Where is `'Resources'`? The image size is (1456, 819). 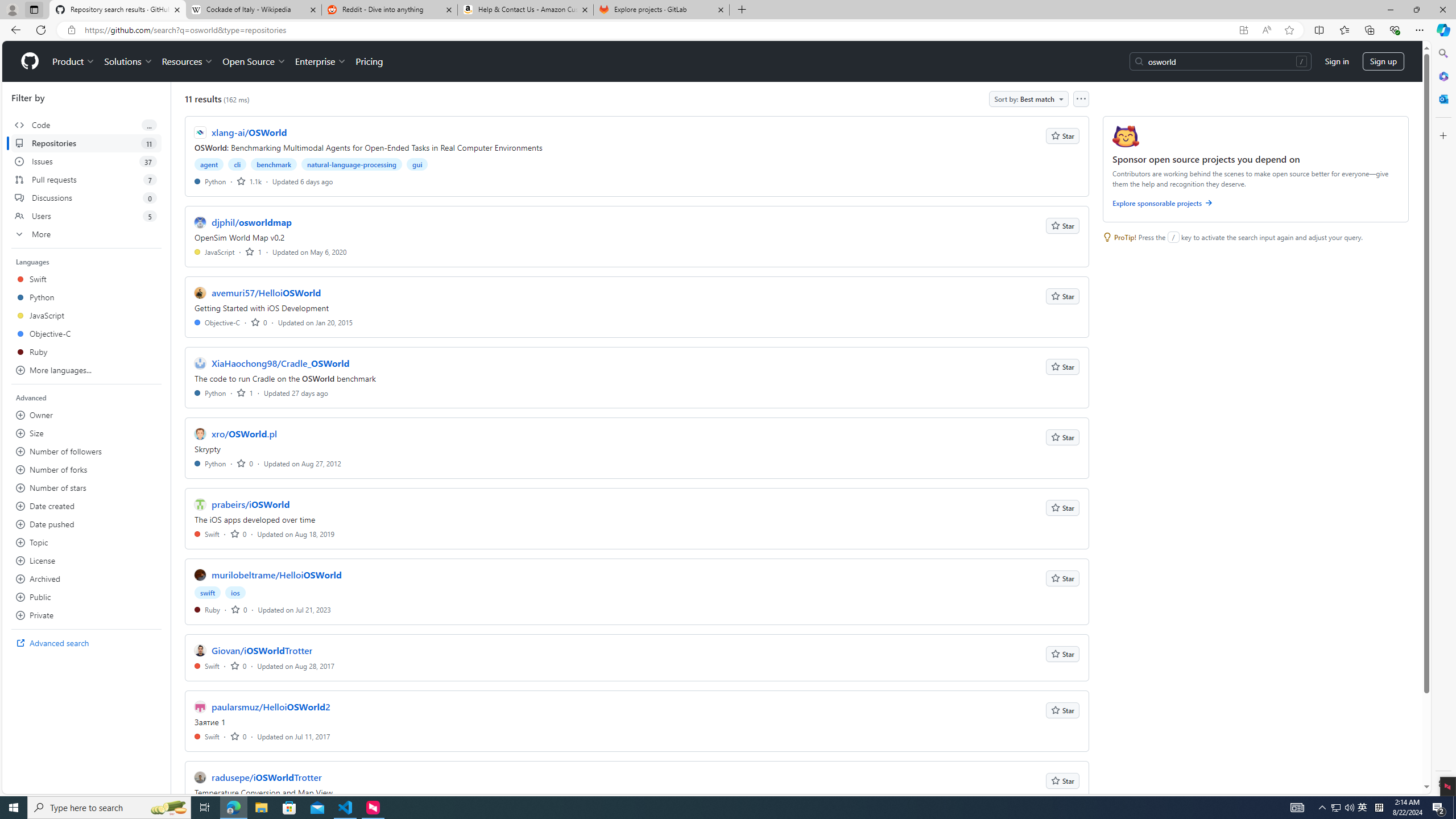
'Resources' is located at coordinates (188, 61).